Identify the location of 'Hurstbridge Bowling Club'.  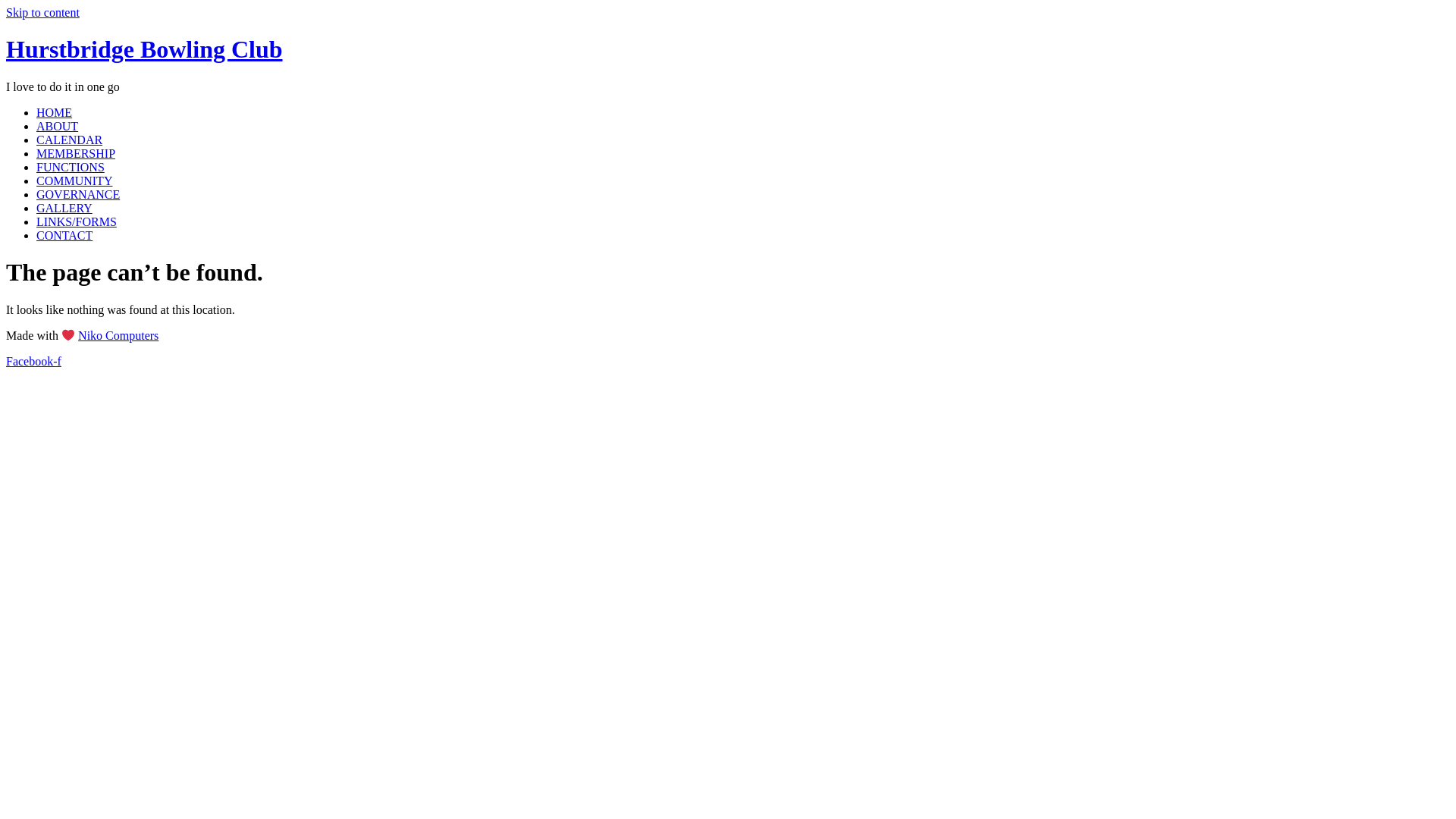
(144, 49).